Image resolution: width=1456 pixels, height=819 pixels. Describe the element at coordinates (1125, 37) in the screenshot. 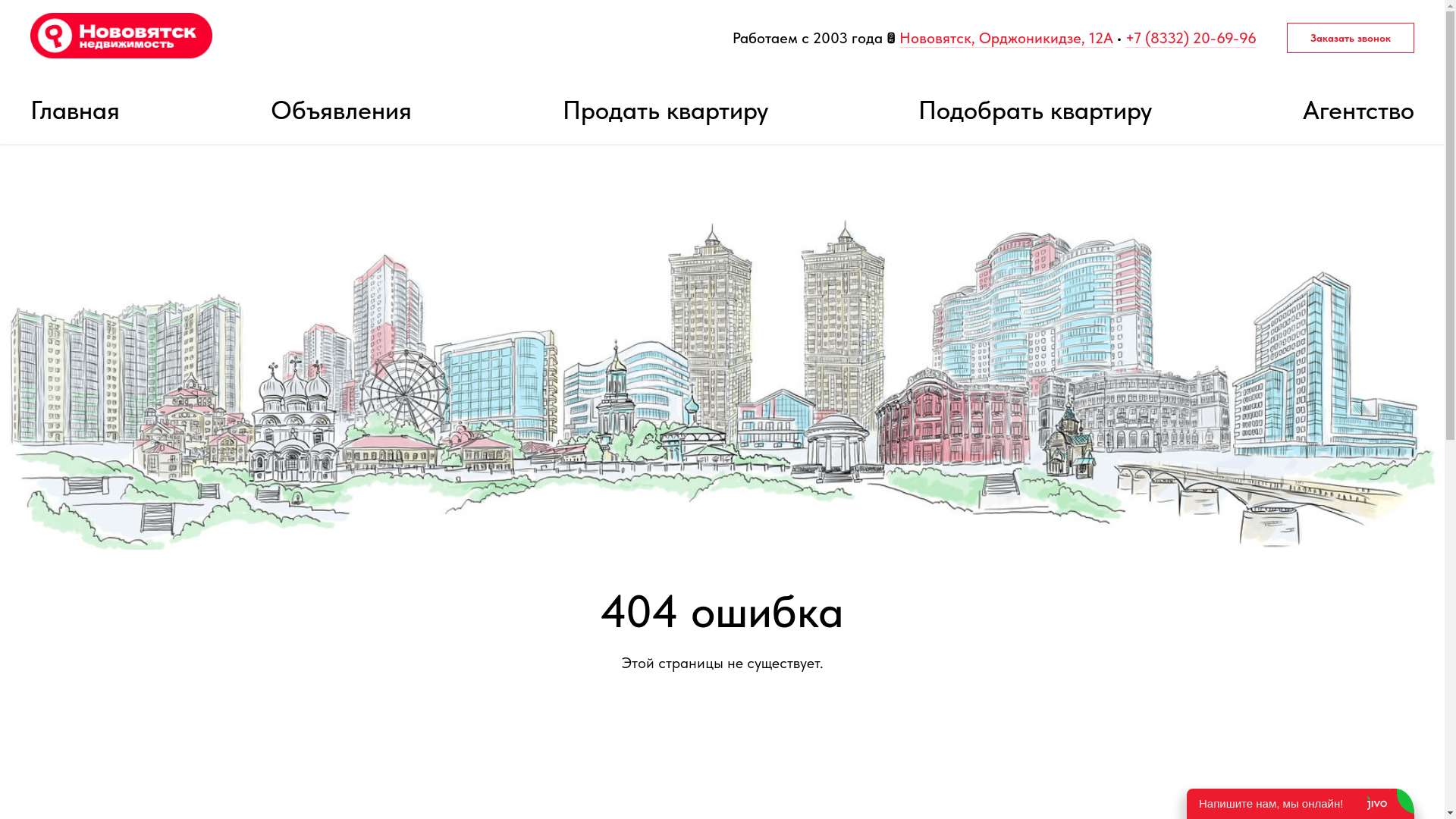

I see `'+7 (8332) 20-69-96'` at that location.